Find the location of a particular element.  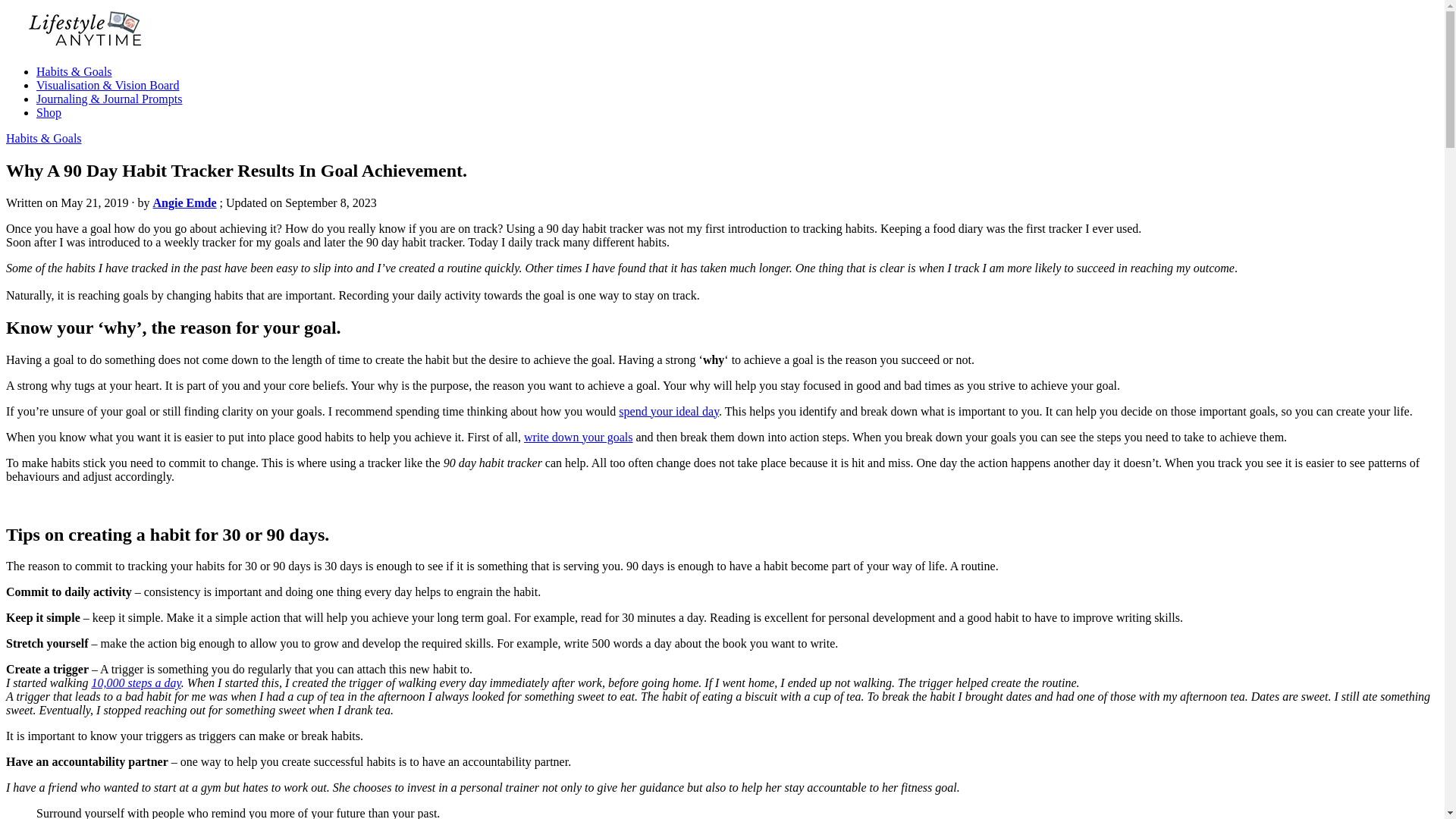

'write down your goals' is located at coordinates (578, 437).